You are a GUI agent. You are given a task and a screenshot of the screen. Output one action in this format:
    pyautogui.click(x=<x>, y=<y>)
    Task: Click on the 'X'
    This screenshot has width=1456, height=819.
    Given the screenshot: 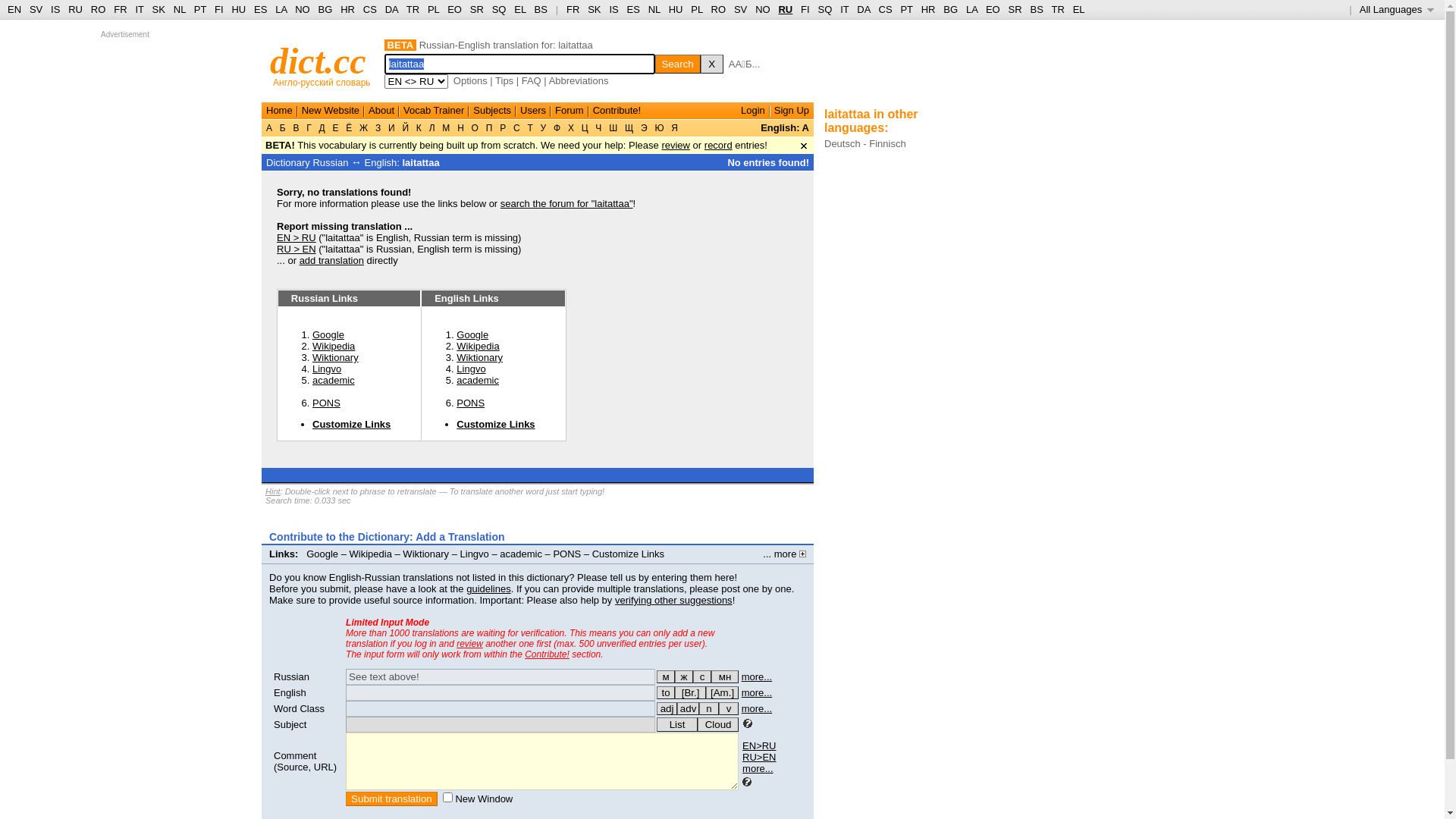 What is the action you would take?
    pyautogui.click(x=711, y=63)
    